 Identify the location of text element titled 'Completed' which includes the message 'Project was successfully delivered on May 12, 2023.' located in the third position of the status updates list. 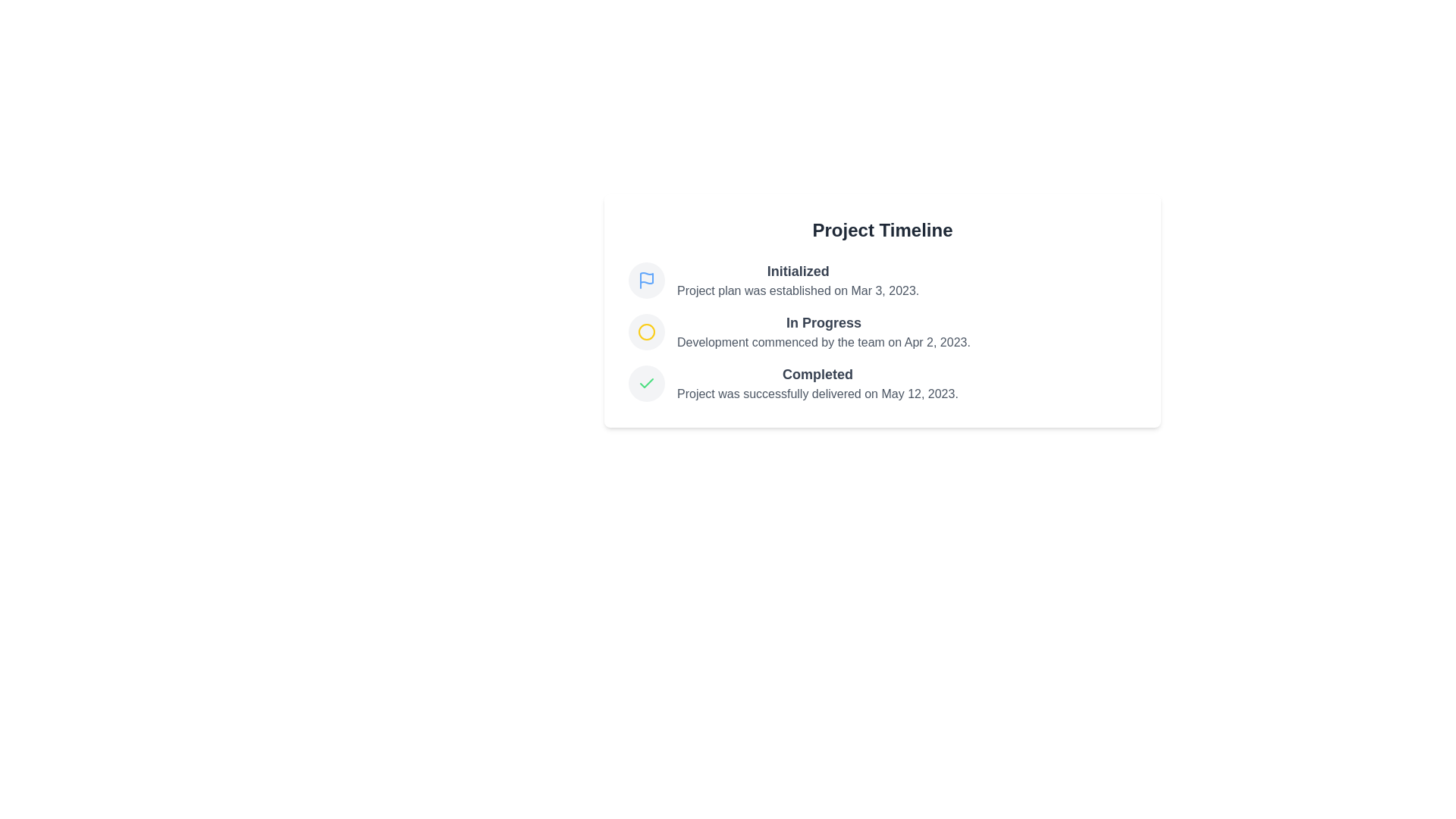
(882, 382).